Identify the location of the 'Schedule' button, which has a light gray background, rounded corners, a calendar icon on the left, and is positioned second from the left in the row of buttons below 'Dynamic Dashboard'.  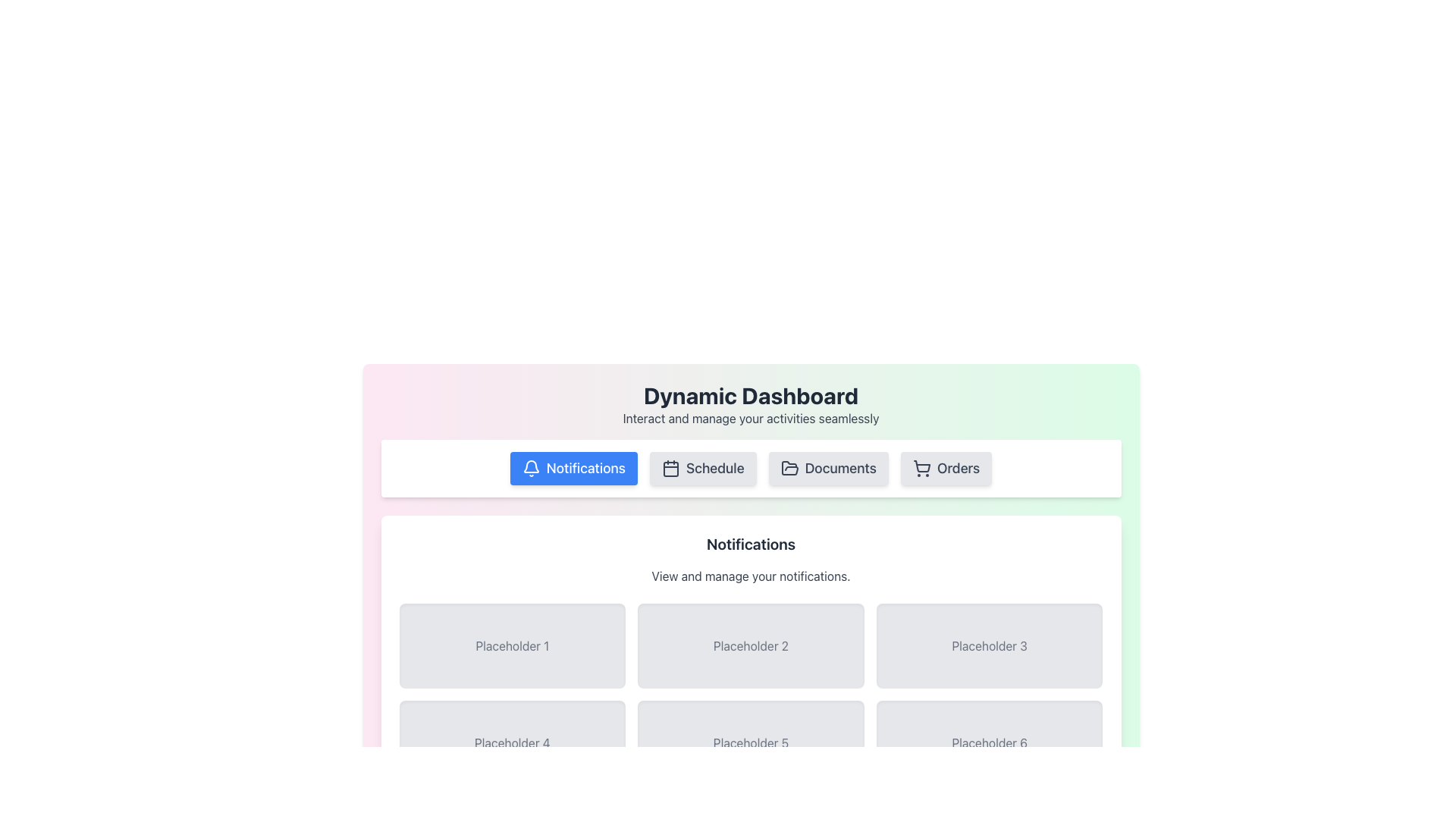
(701, 467).